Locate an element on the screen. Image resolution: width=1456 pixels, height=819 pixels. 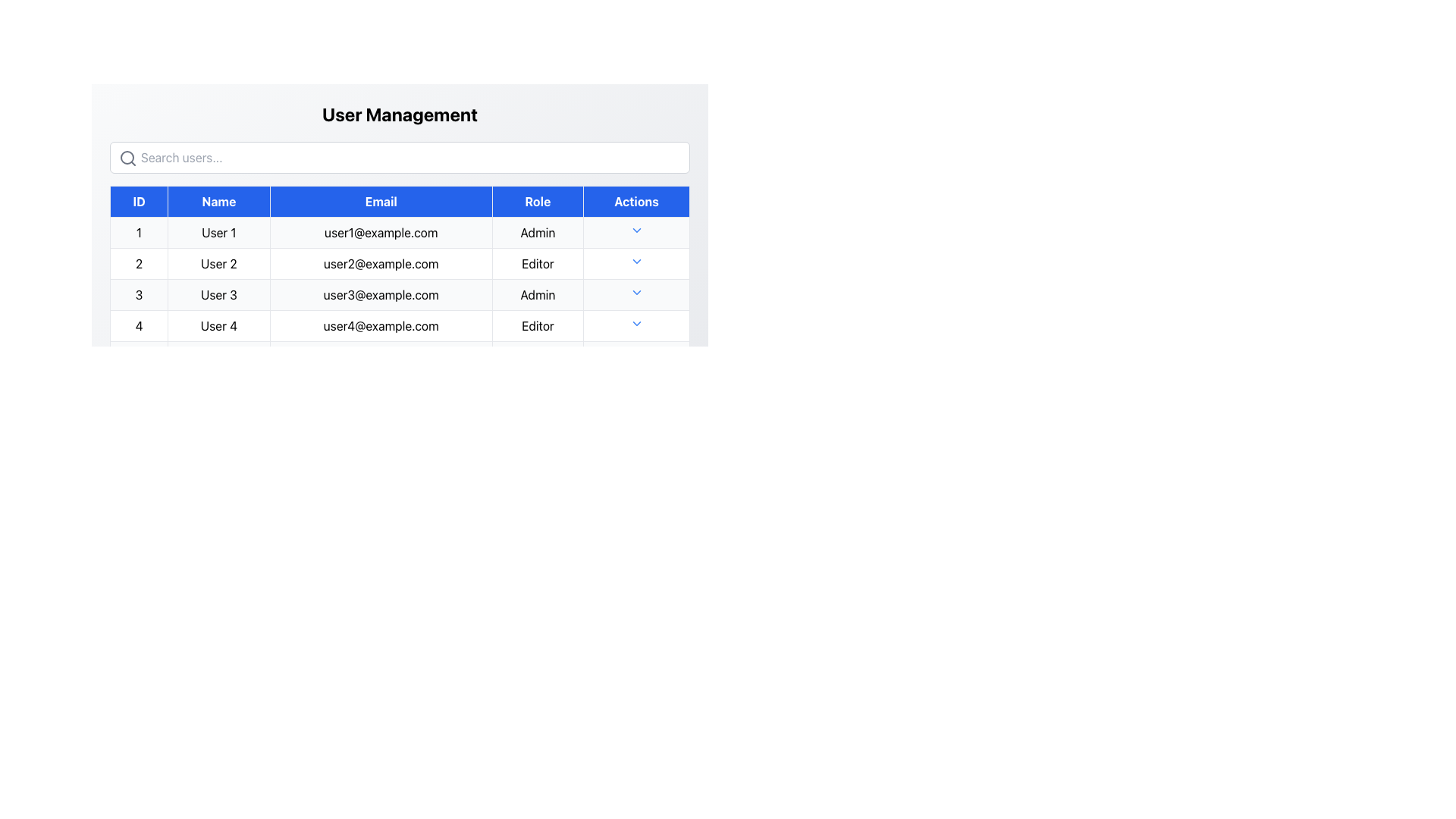
the Label displaying 'User 4' in the fourth row of the 'Name' column, styled with a table cell-like appearance is located at coordinates (218, 325).